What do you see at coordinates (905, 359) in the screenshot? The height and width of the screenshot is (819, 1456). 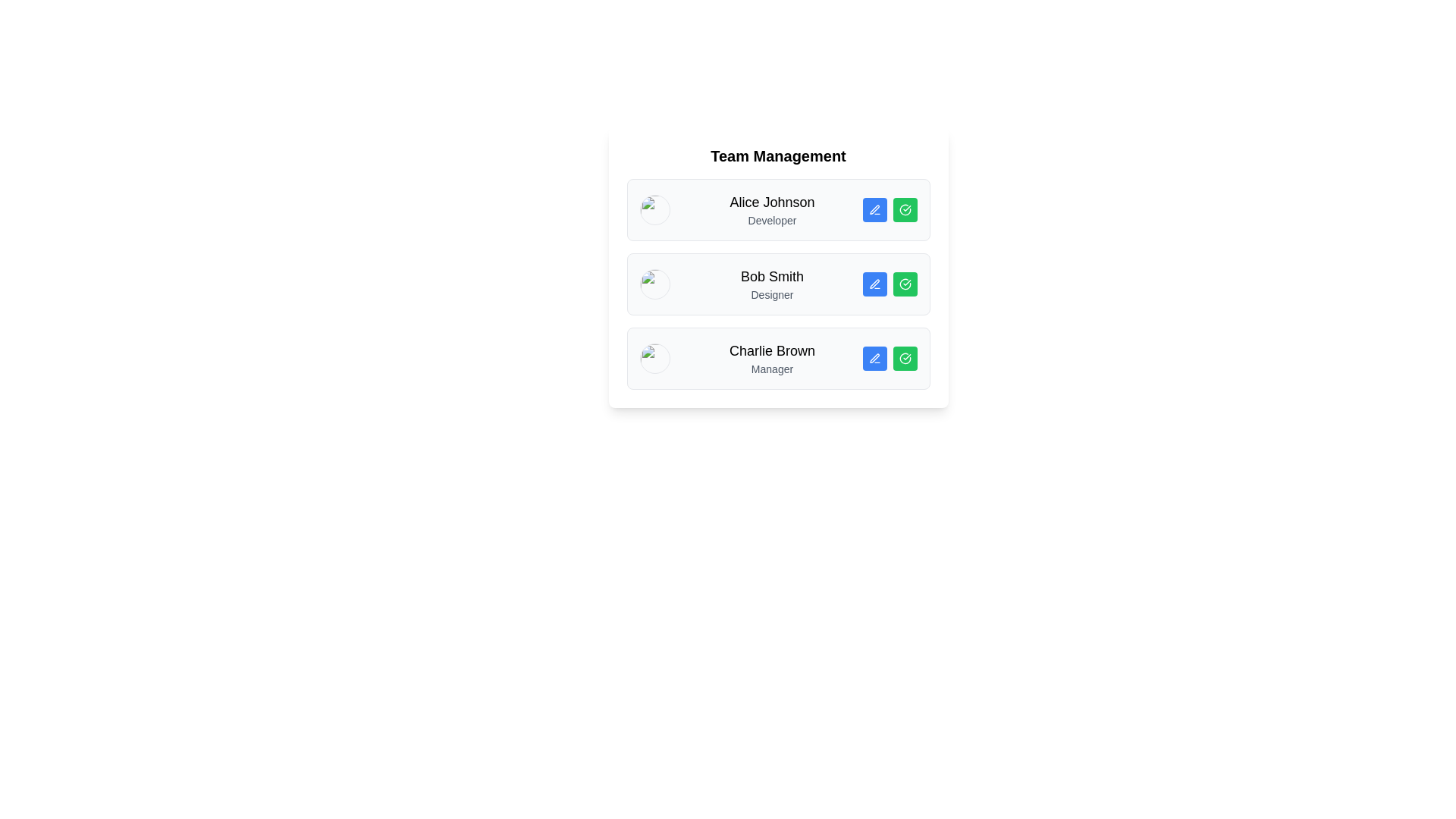 I see `the small circular green button with a check mark located in the bottom-right section of the 'Charlie Brown' card in the 'Team Management' interface` at bounding box center [905, 359].